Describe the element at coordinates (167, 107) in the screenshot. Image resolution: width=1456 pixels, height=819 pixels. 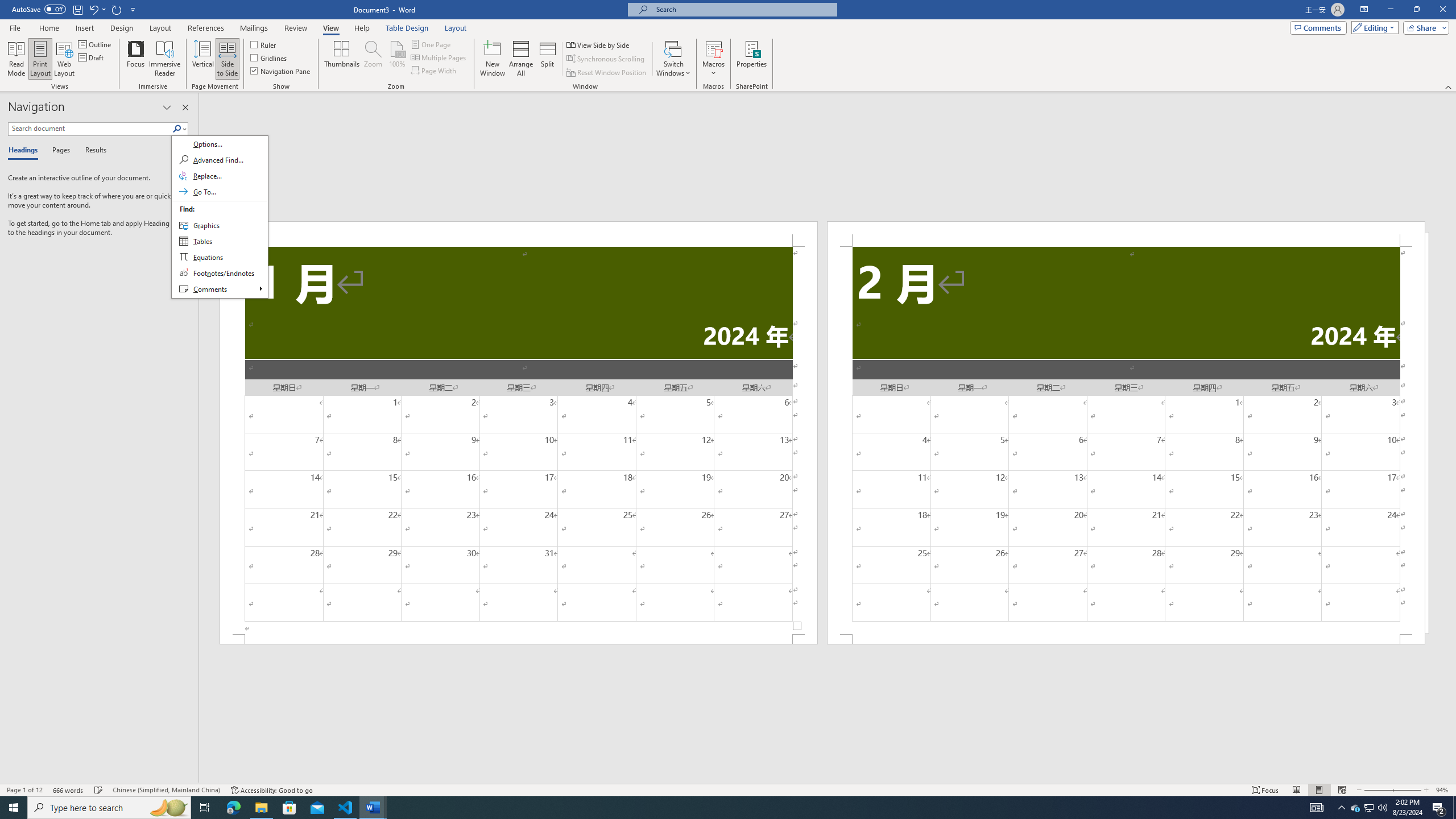
I see `'Task Pane Options'` at that location.